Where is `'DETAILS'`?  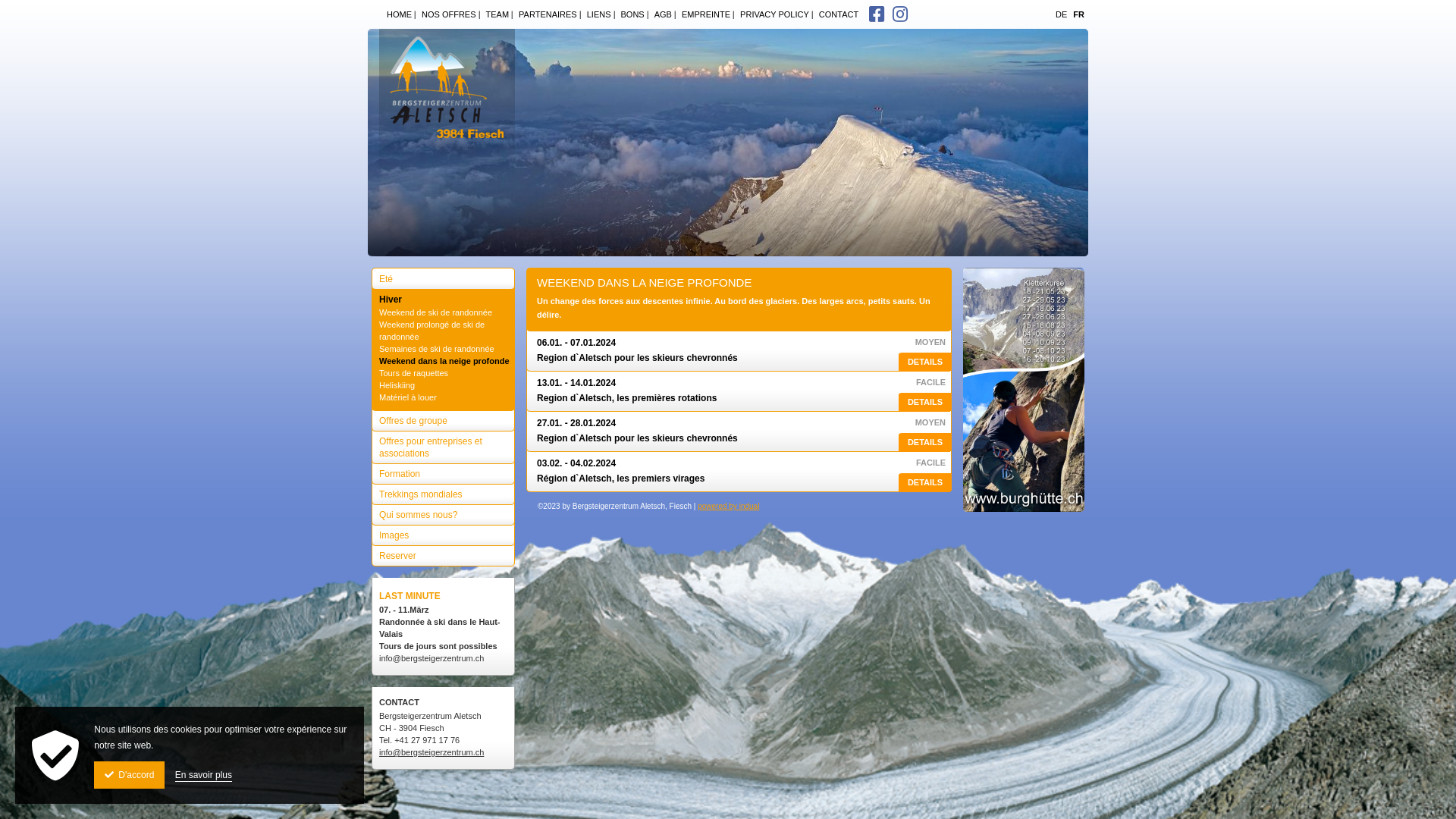 'DETAILS' is located at coordinates (924, 482).